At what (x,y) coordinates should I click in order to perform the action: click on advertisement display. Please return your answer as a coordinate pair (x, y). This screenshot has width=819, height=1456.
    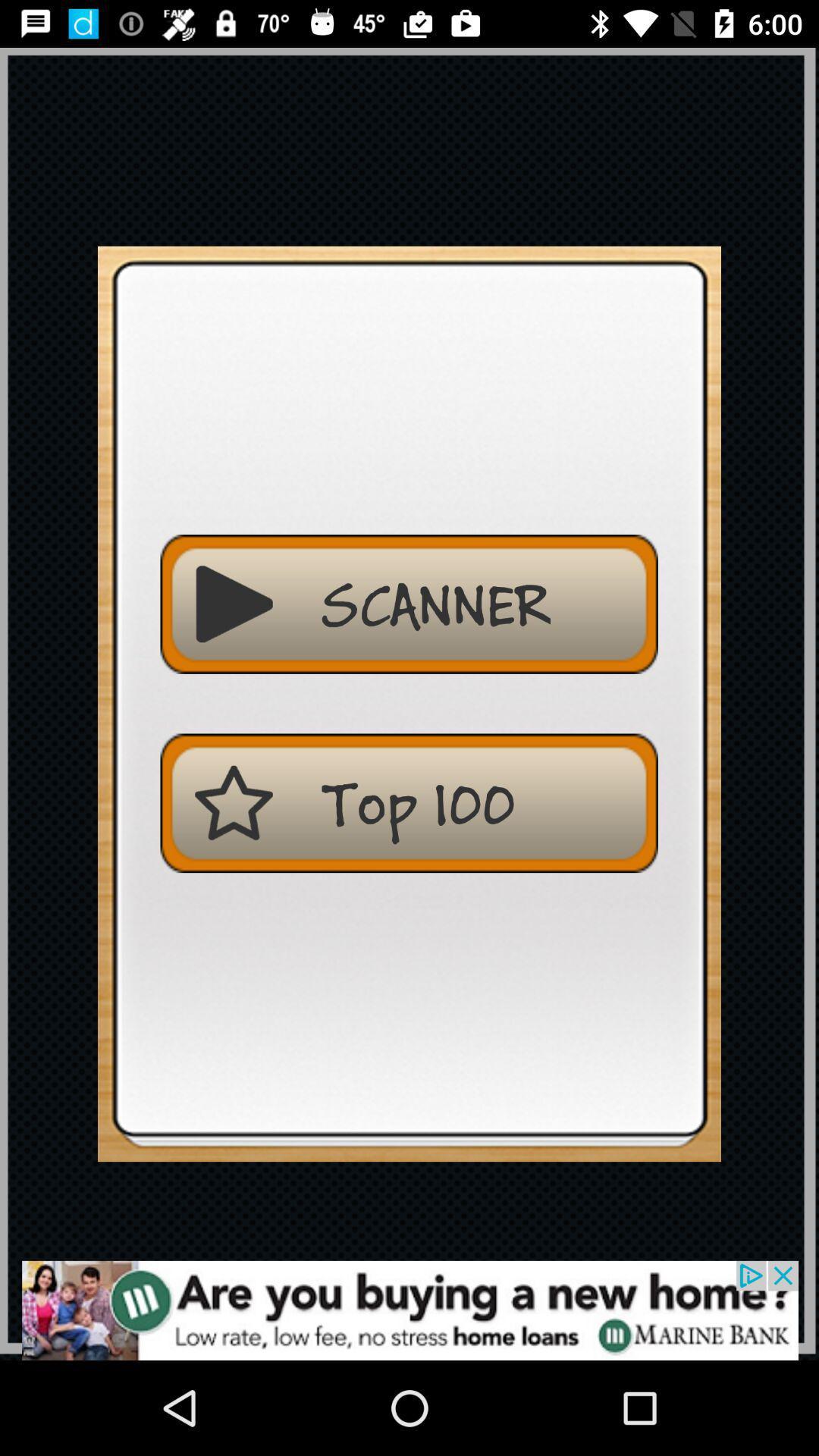
    Looking at the image, I should click on (409, 1310).